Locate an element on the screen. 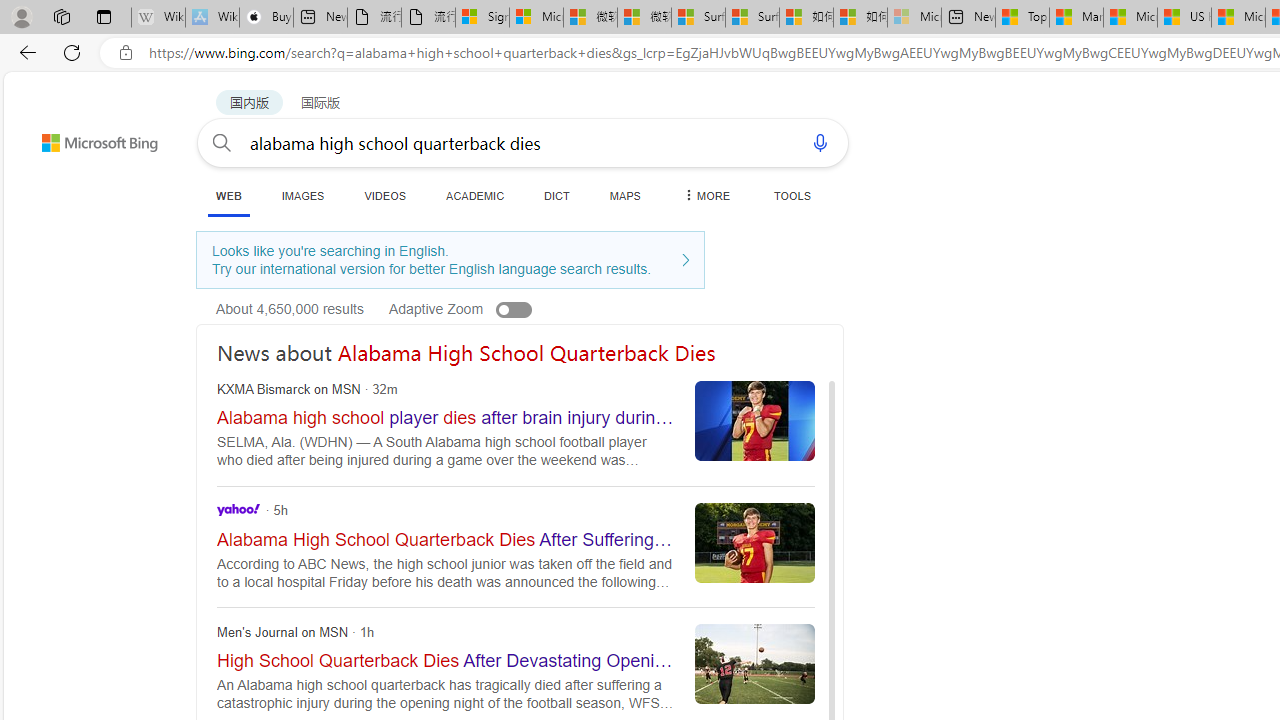 The width and height of the screenshot is (1280, 720). 'TOOLS' is located at coordinates (791, 195).